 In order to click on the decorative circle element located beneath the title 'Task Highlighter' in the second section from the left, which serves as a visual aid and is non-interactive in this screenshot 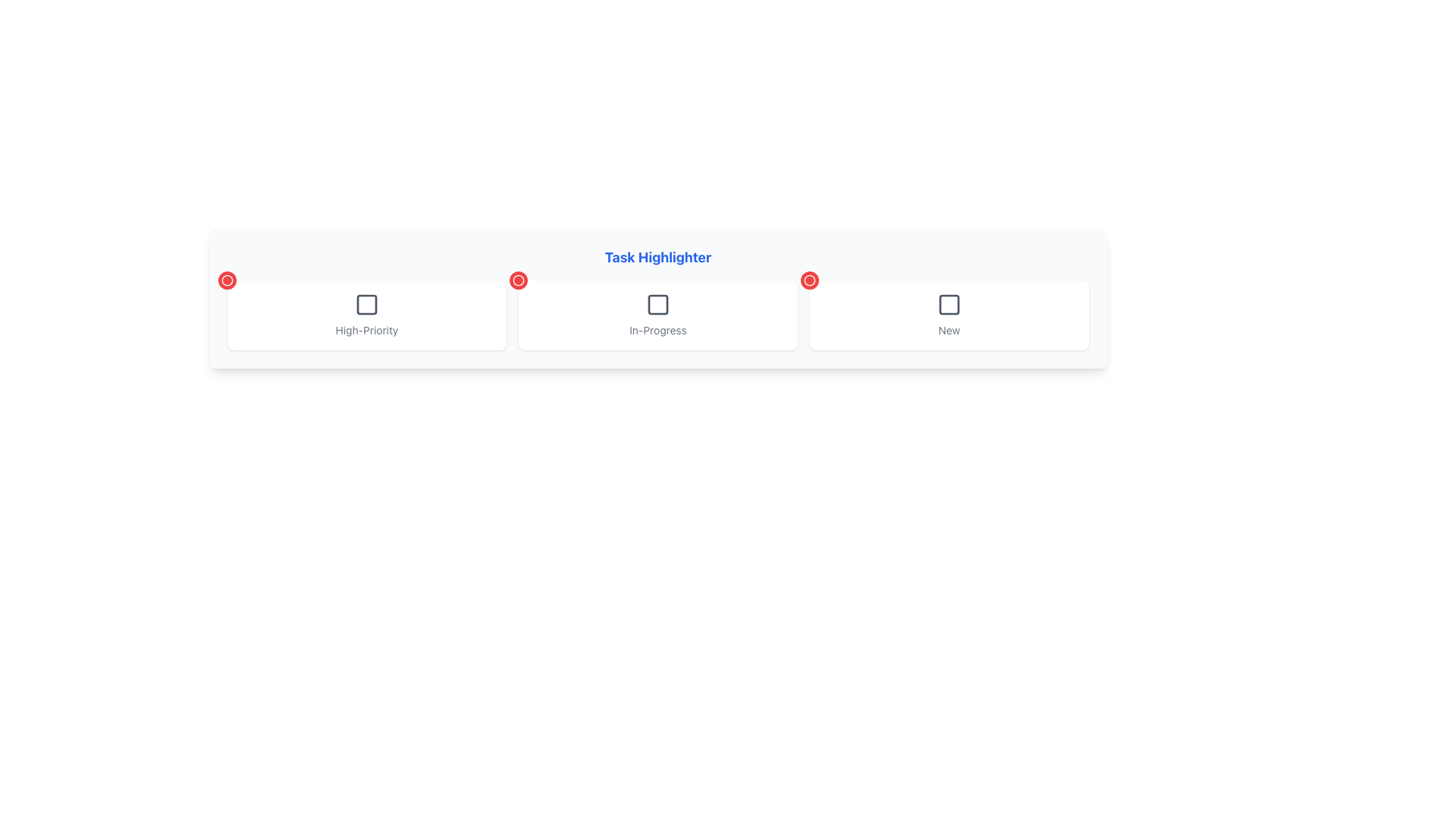, I will do `click(519, 281)`.